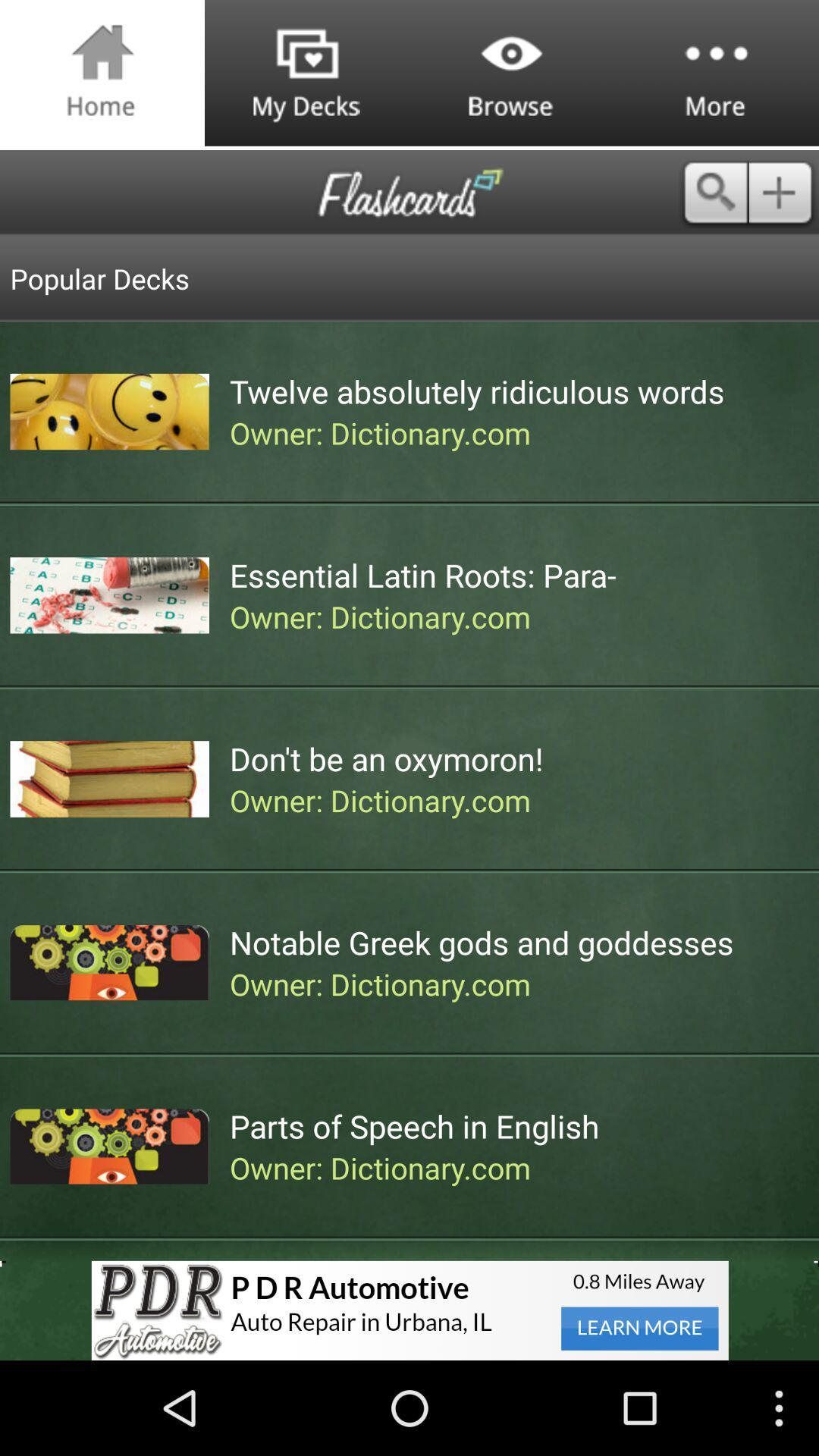  I want to click on the search icon, so click(714, 206).